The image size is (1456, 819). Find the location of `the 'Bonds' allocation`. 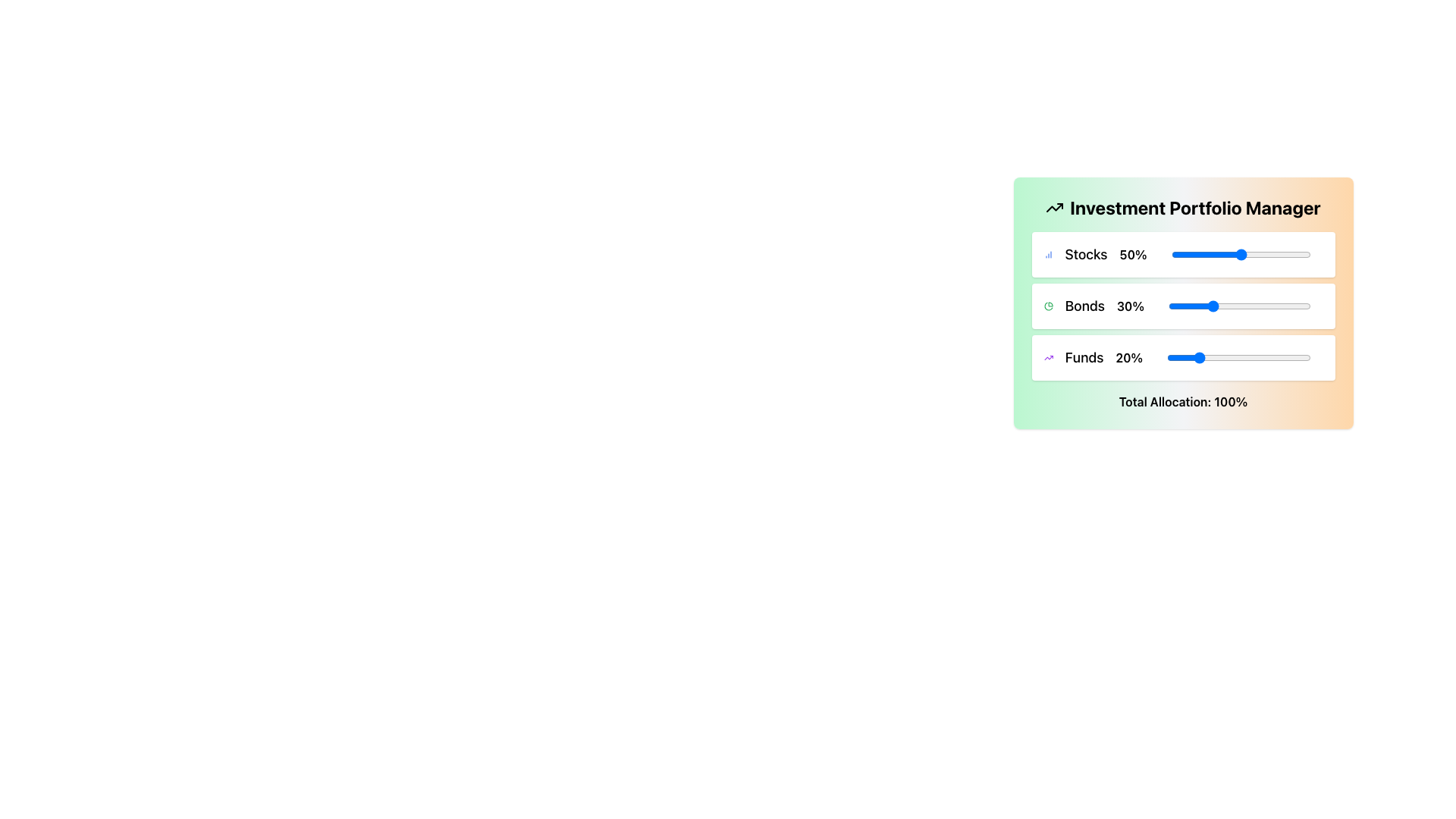

the 'Bonds' allocation is located at coordinates (1266, 306).